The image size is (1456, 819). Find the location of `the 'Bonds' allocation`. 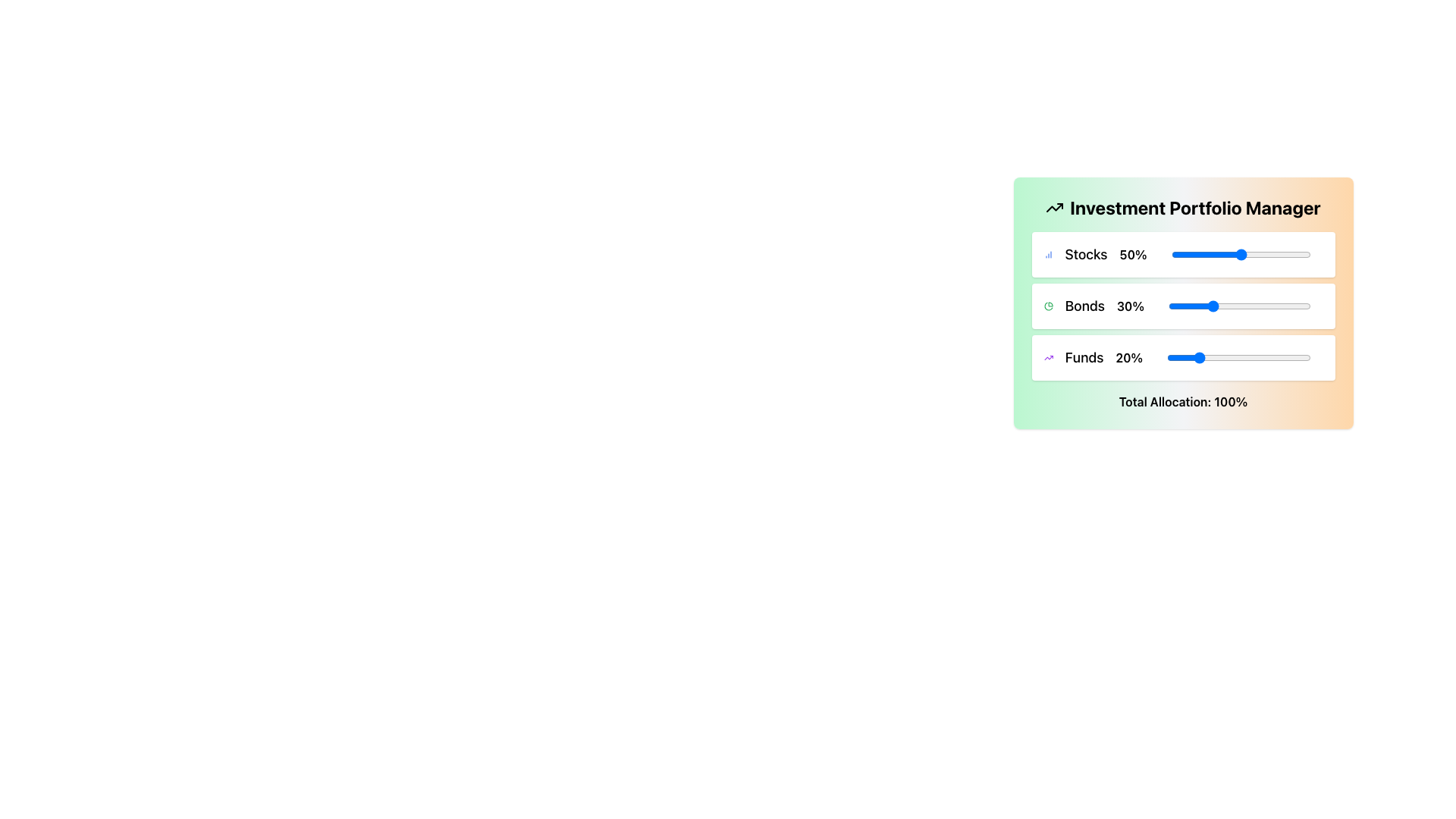

the 'Bonds' allocation is located at coordinates (1266, 306).